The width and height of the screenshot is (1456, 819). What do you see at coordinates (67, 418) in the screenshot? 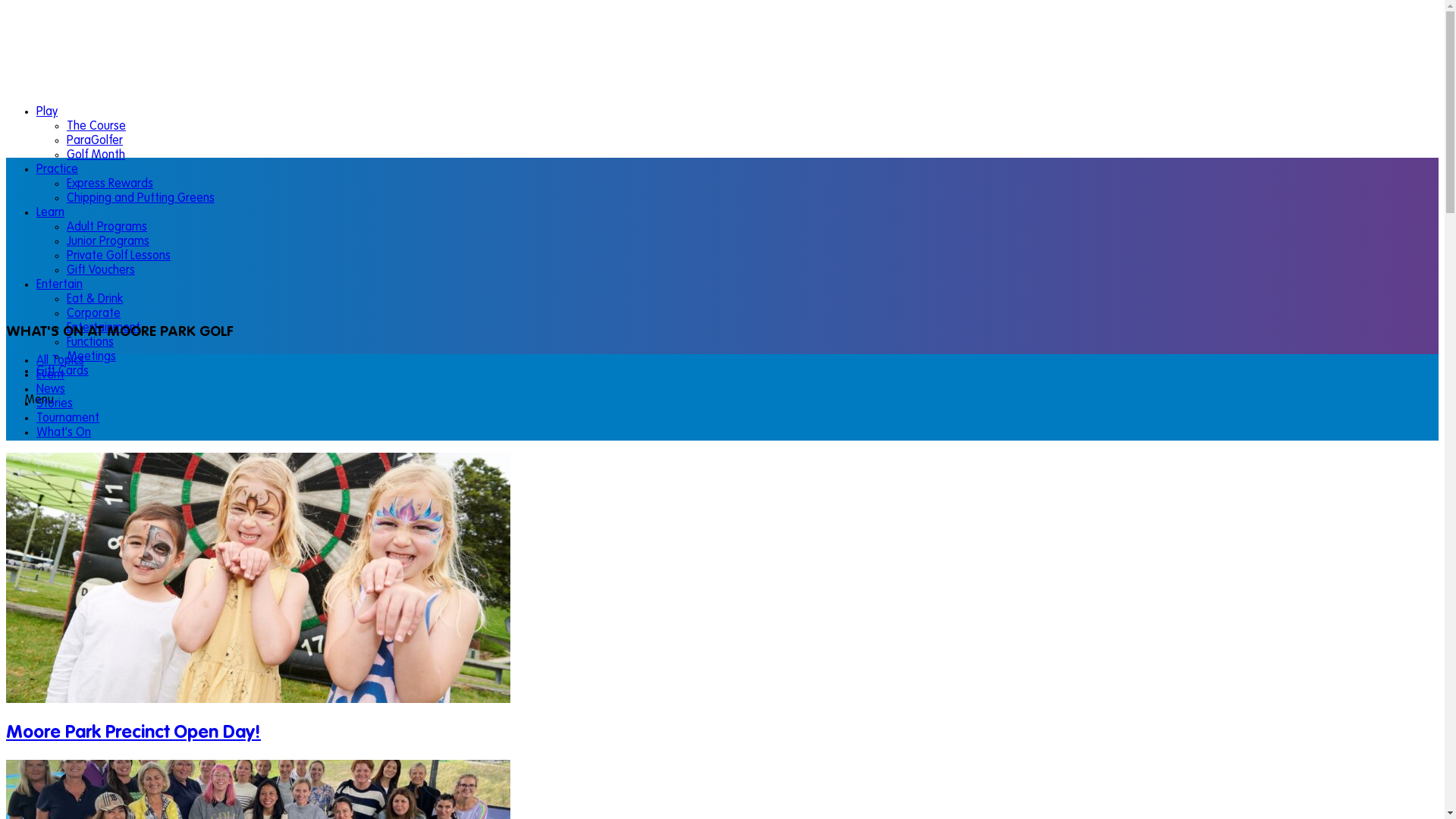
I see `'Tournament'` at bounding box center [67, 418].